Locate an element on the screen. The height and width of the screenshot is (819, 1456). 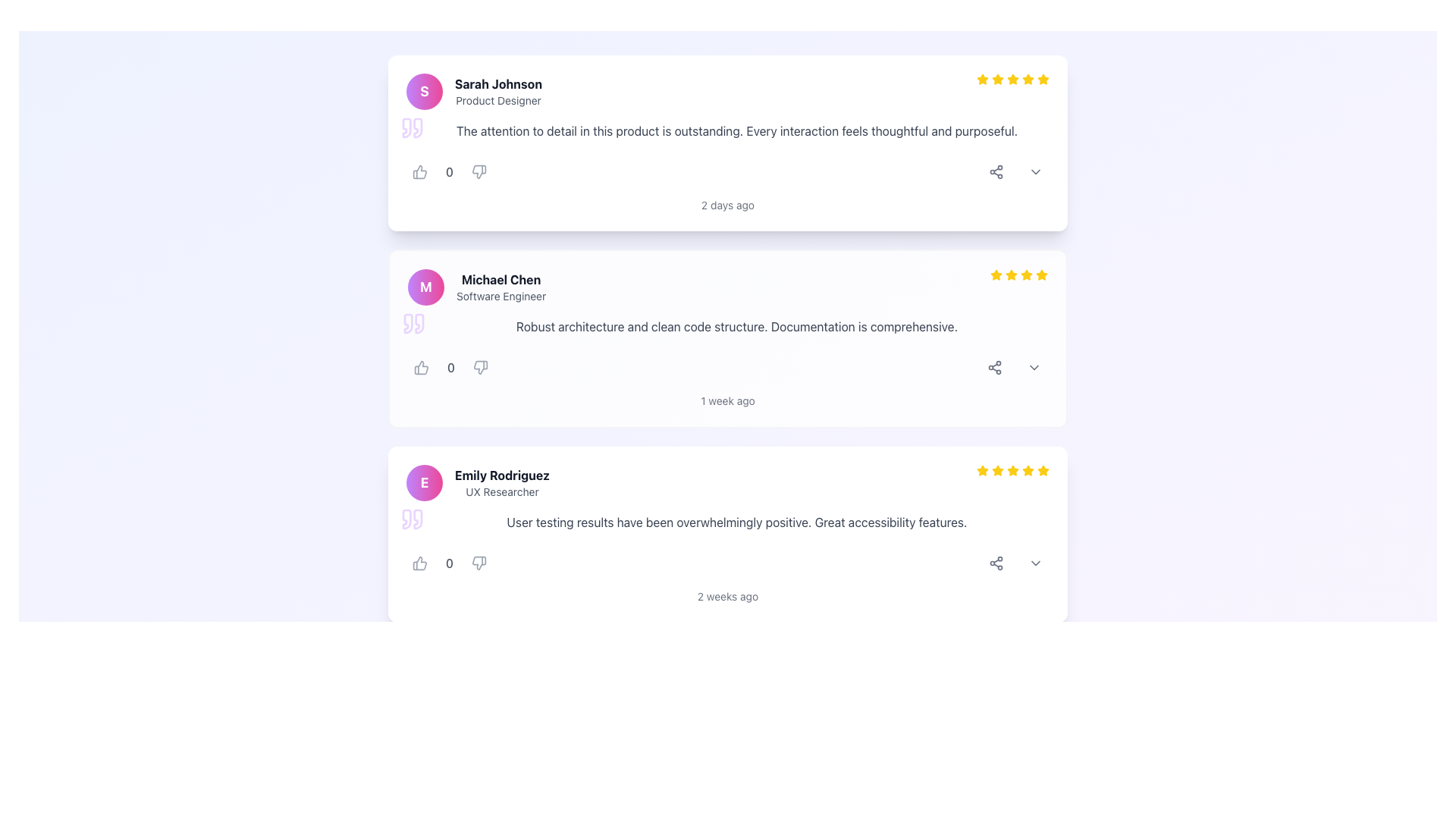
the first star icon in the rating system to rate it is located at coordinates (996, 275).